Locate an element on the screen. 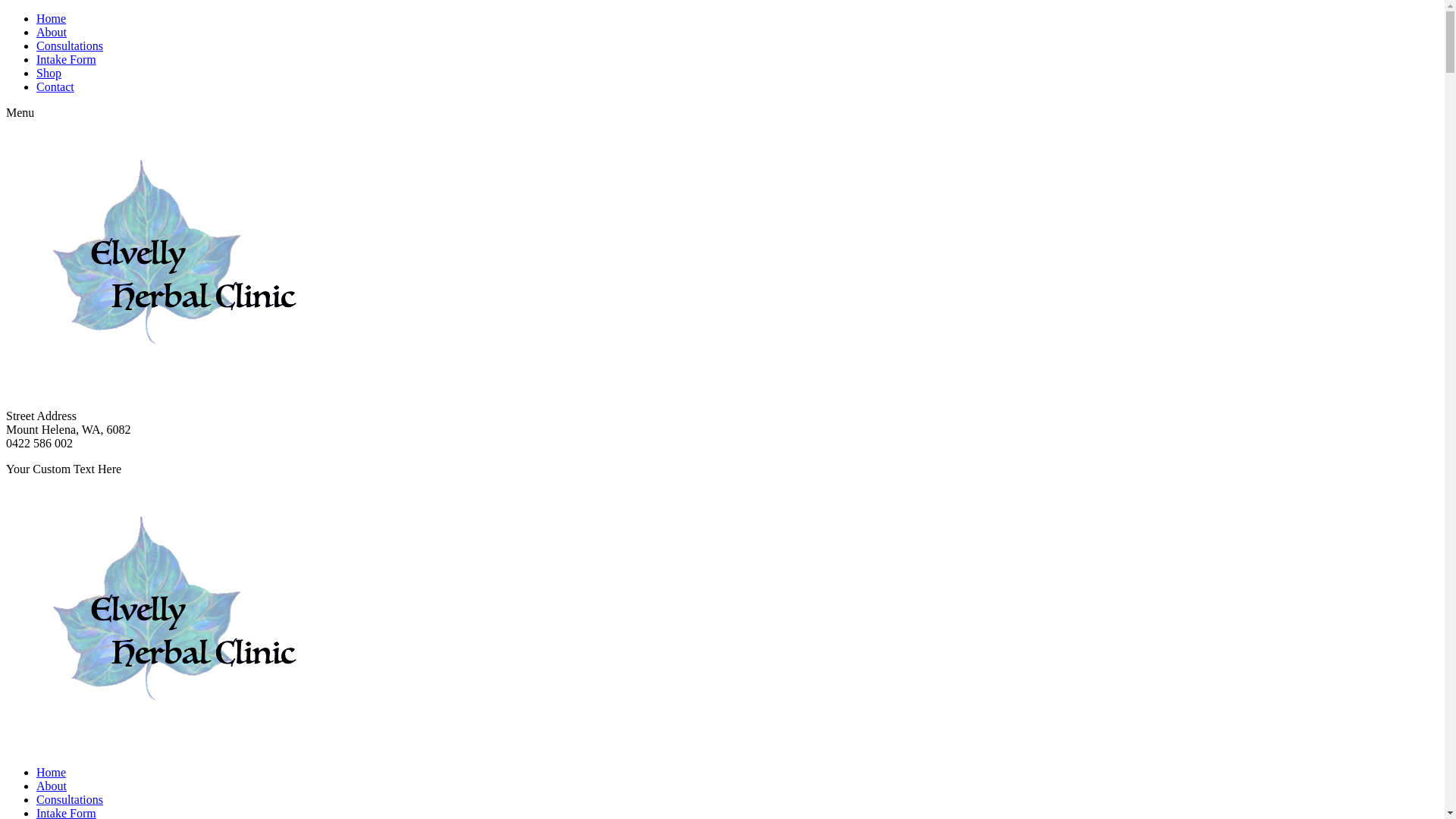 This screenshot has width=1456, height=819. 'Contact' is located at coordinates (36, 86).